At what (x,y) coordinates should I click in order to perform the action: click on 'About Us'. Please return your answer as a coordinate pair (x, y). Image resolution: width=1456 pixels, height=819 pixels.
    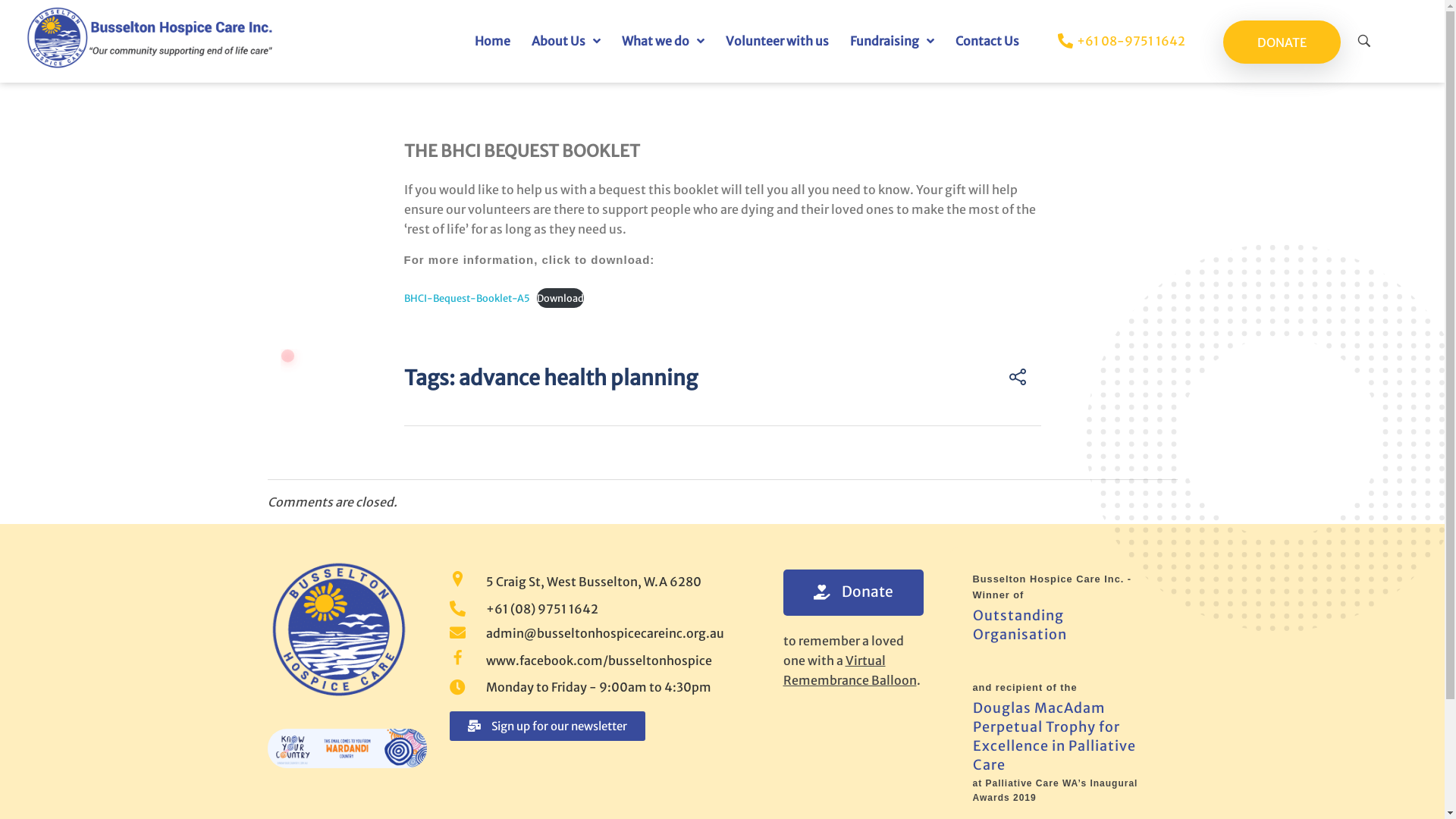
    Looking at the image, I should click on (565, 40).